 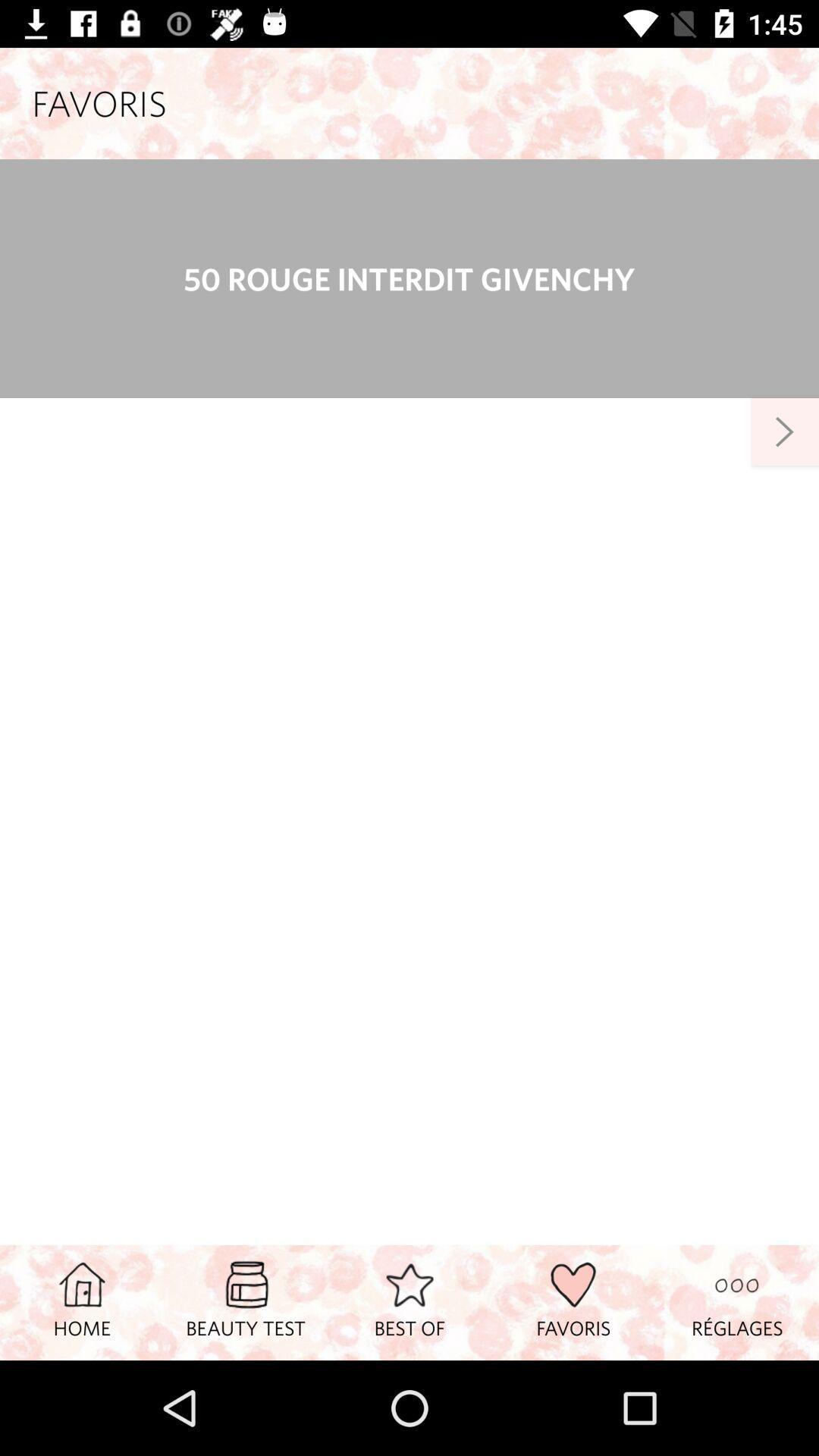 I want to click on icon to the left of the best of icon, so click(x=245, y=1301).